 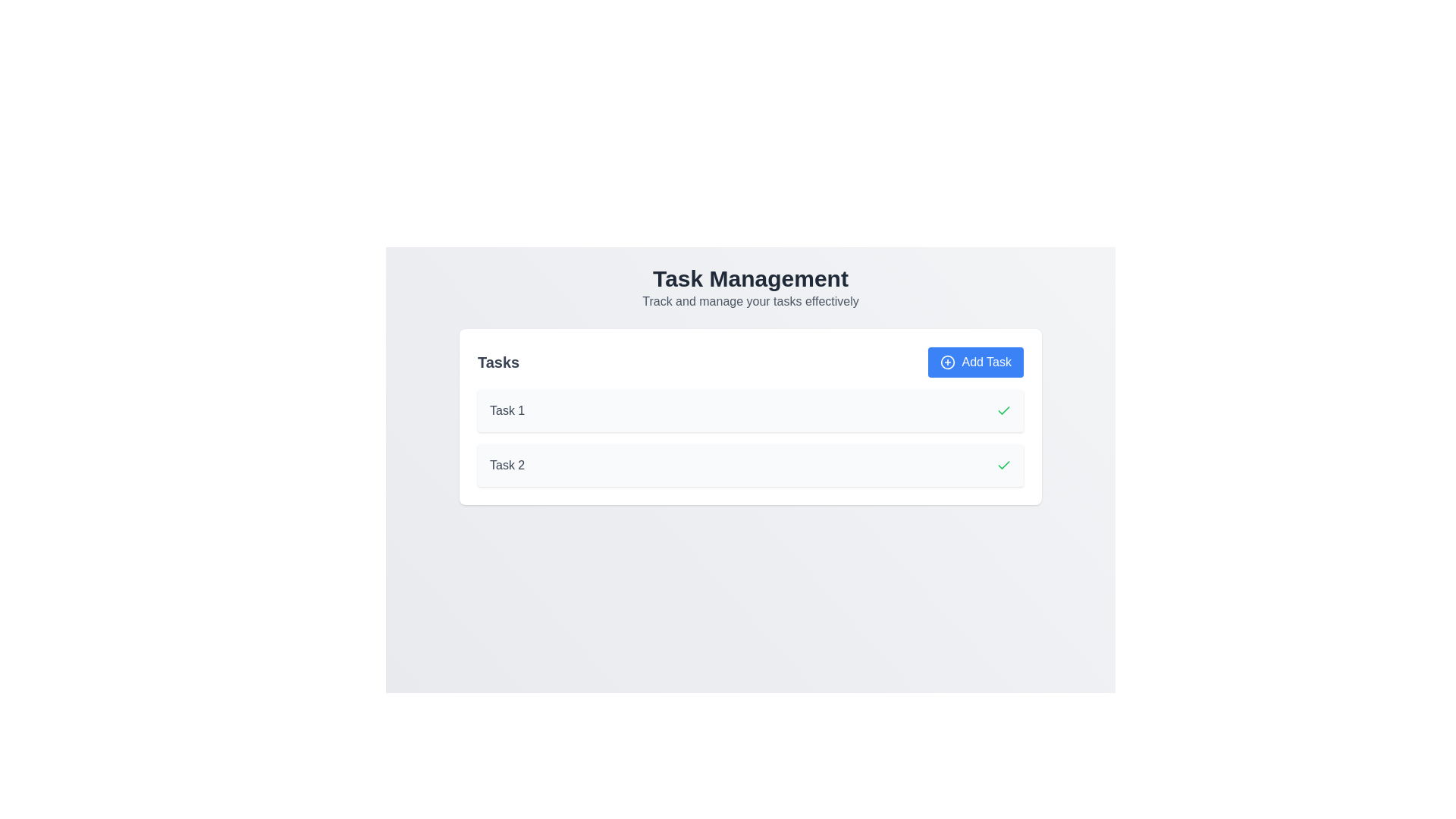 I want to click on the 'Task 2' text label displayed in gray, located within the second task entry block, so click(x=507, y=464).